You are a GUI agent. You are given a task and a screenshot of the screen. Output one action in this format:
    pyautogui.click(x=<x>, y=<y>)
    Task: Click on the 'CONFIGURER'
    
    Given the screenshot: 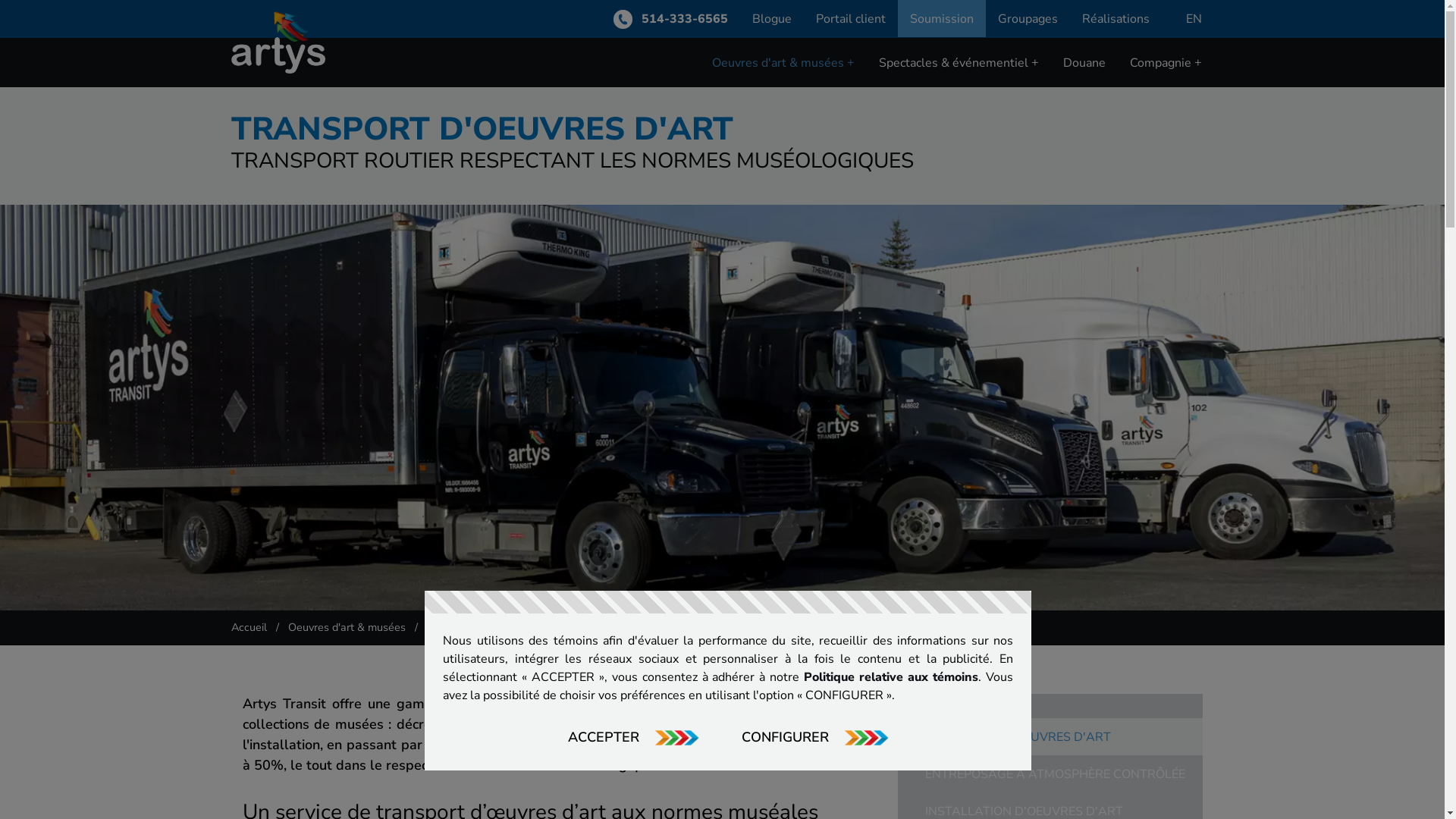 What is the action you would take?
    pyautogui.click(x=814, y=736)
    